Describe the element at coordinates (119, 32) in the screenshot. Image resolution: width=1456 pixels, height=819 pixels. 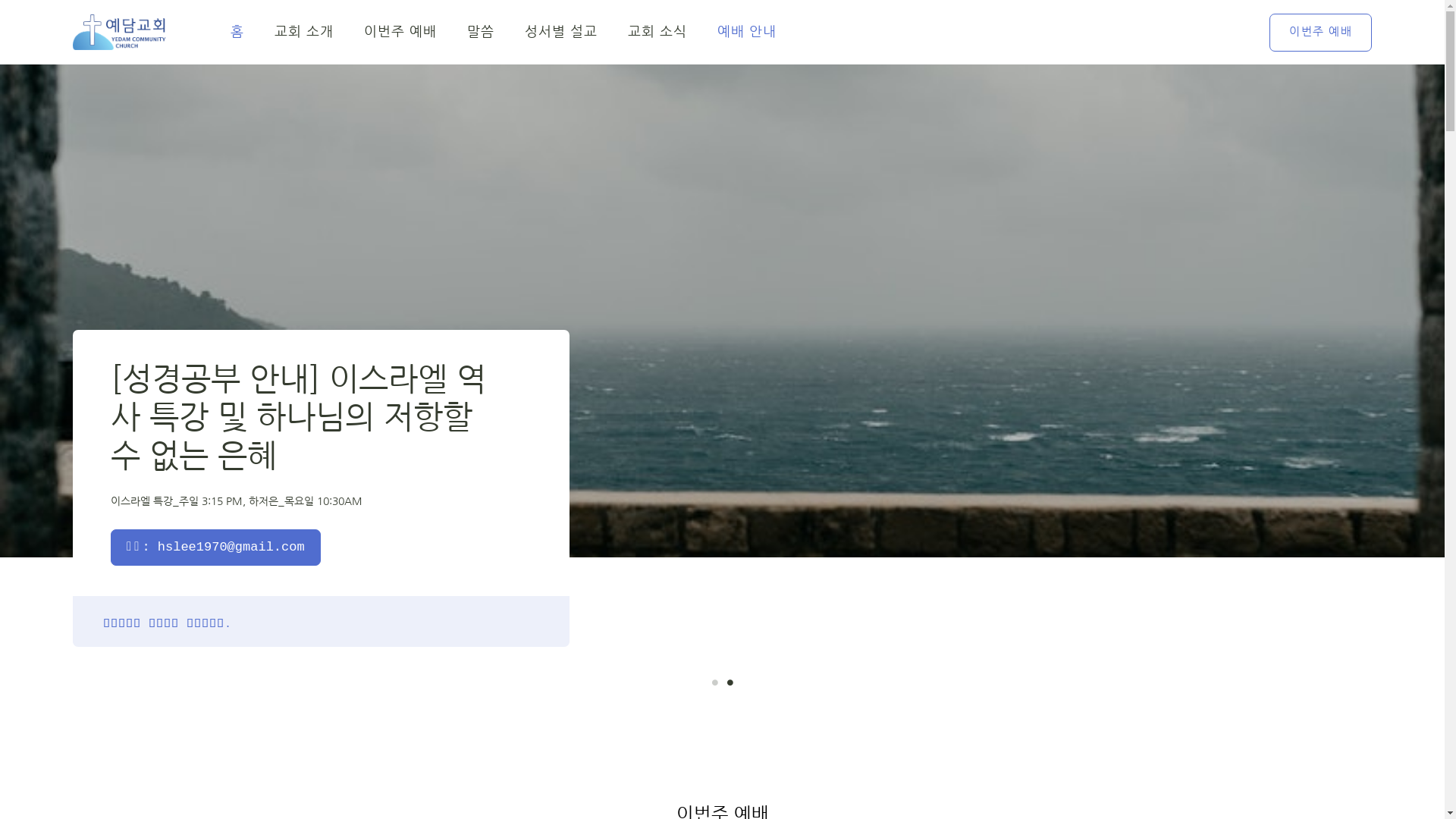
I see `'yedam_logo_primary'` at that location.